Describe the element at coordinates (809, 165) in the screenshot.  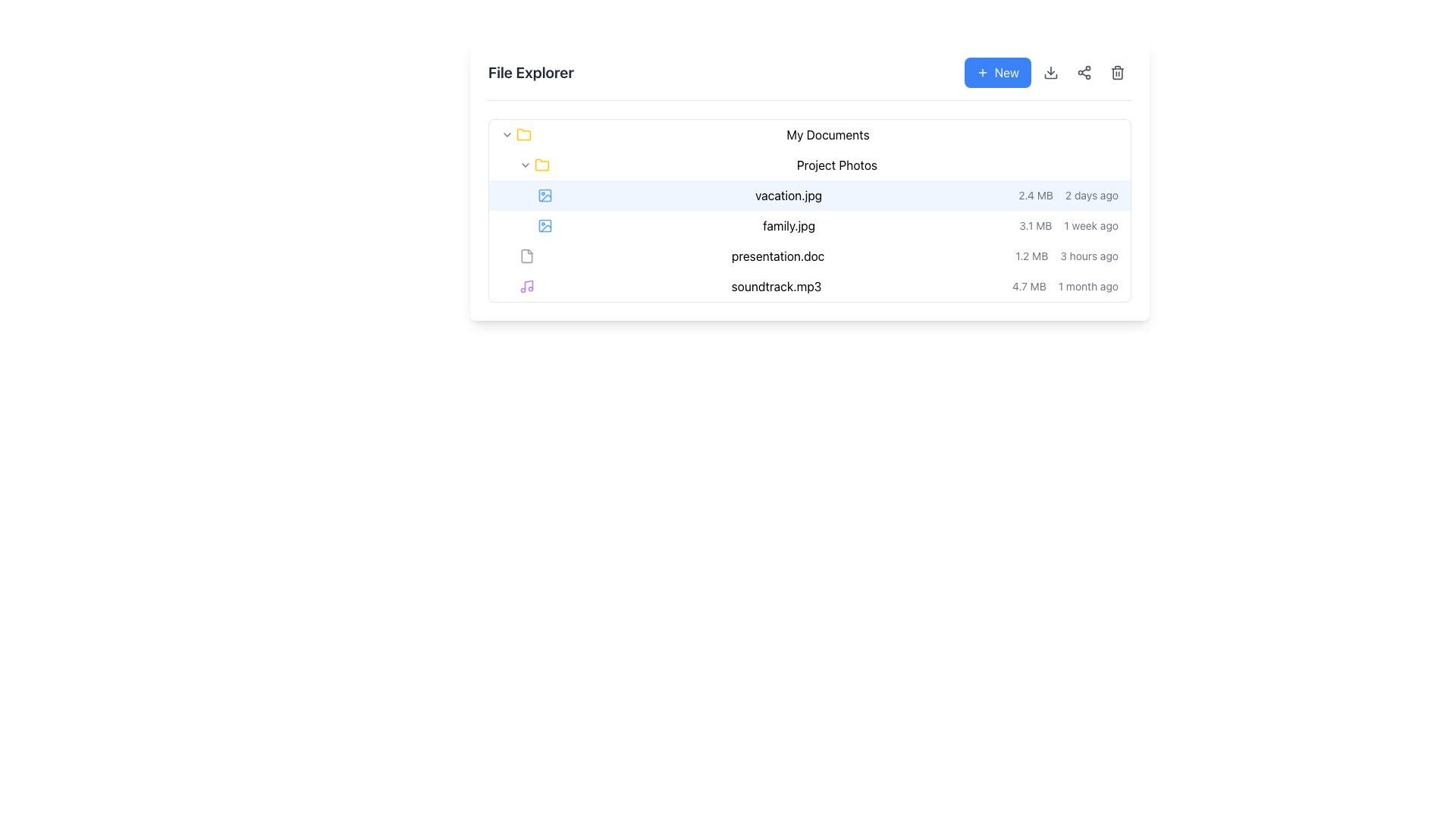
I see `the 'Project Photos' folder in the navigation list` at that location.